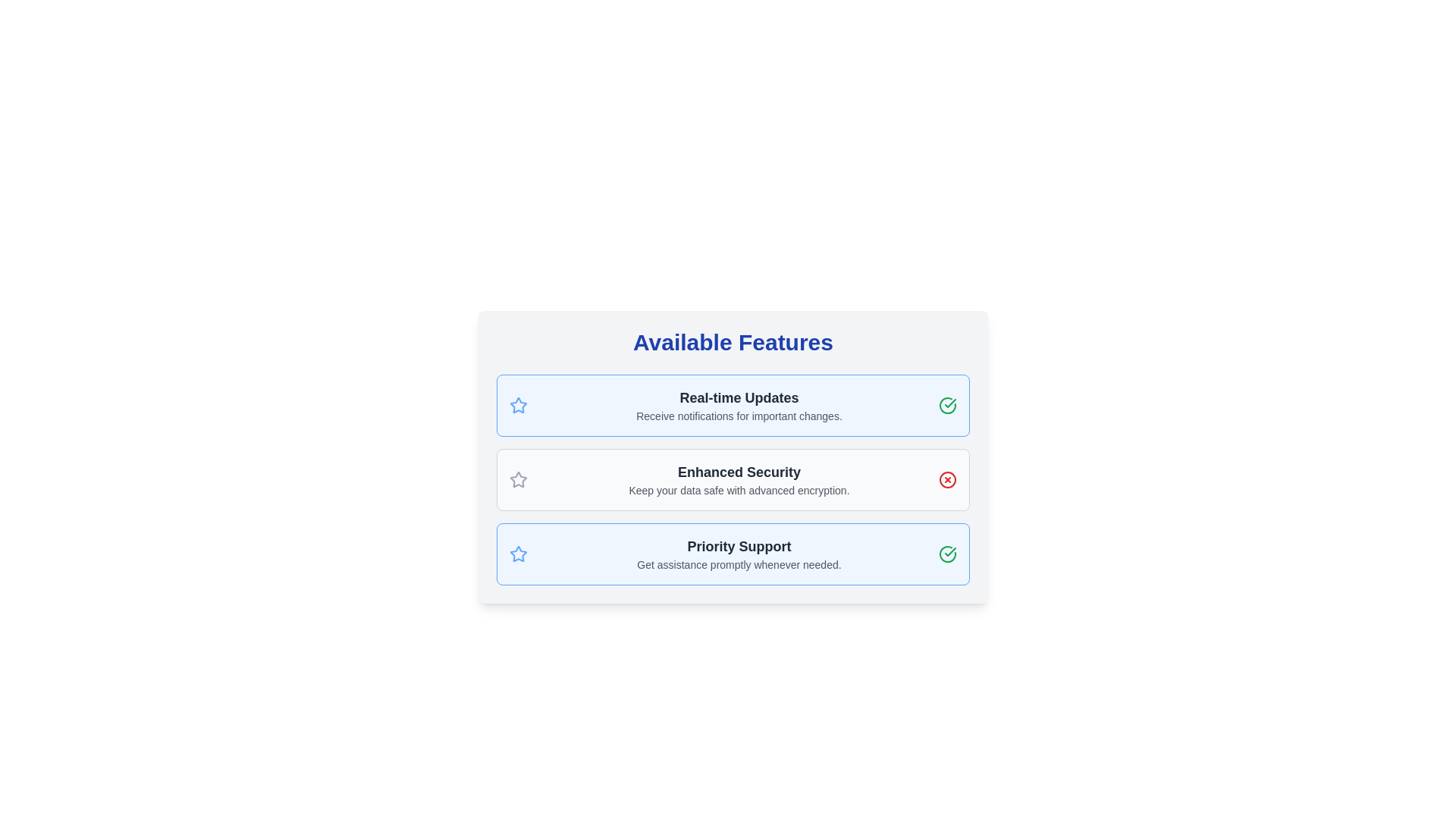 Image resolution: width=1456 pixels, height=819 pixels. I want to click on the star-shaped icon in the bottom-most row of the feature list to observe any tooltip or visual response, so click(519, 554).